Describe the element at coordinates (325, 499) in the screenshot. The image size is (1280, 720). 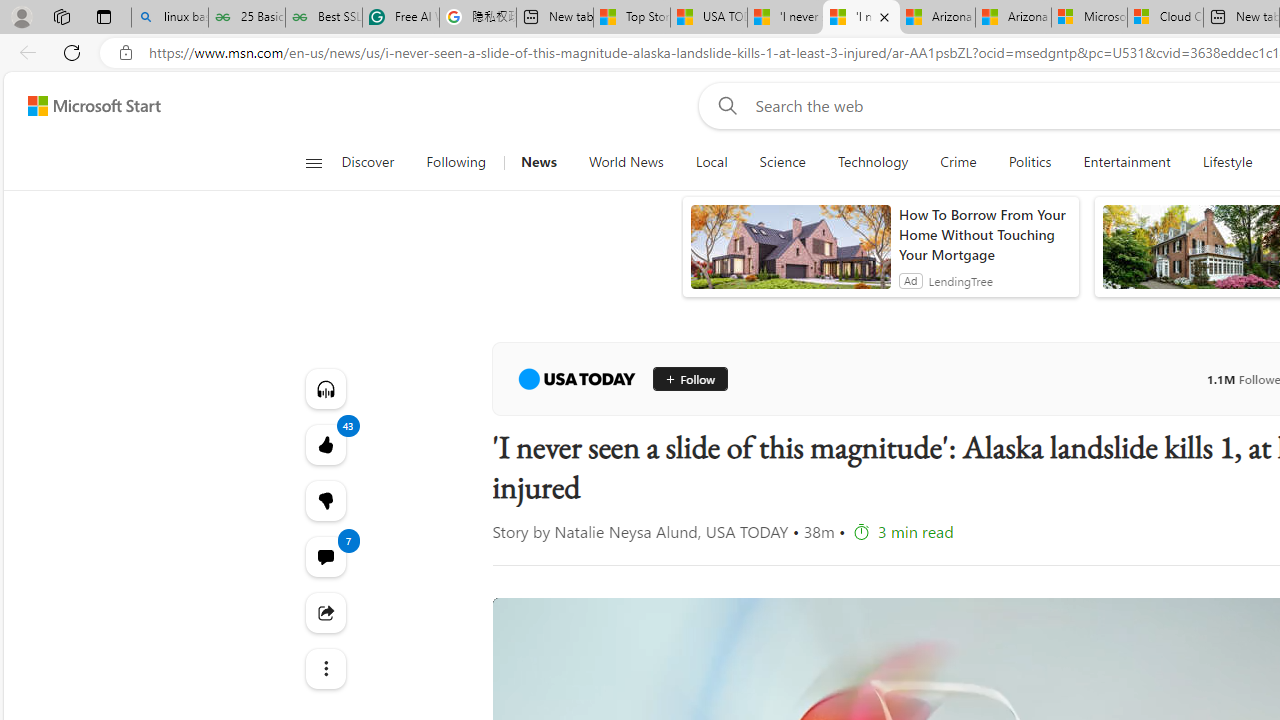
I see `'43'` at that location.